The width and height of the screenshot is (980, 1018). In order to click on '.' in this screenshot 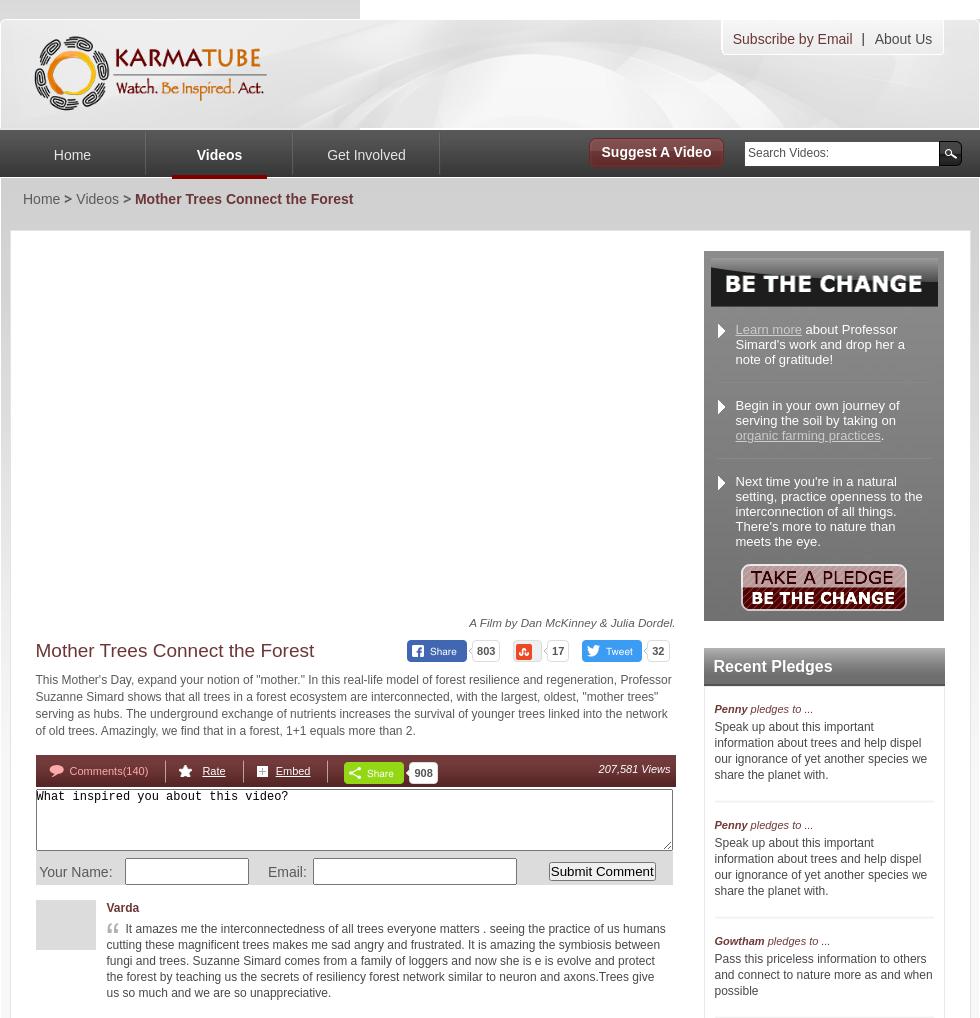, I will do `click(882, 434)`.